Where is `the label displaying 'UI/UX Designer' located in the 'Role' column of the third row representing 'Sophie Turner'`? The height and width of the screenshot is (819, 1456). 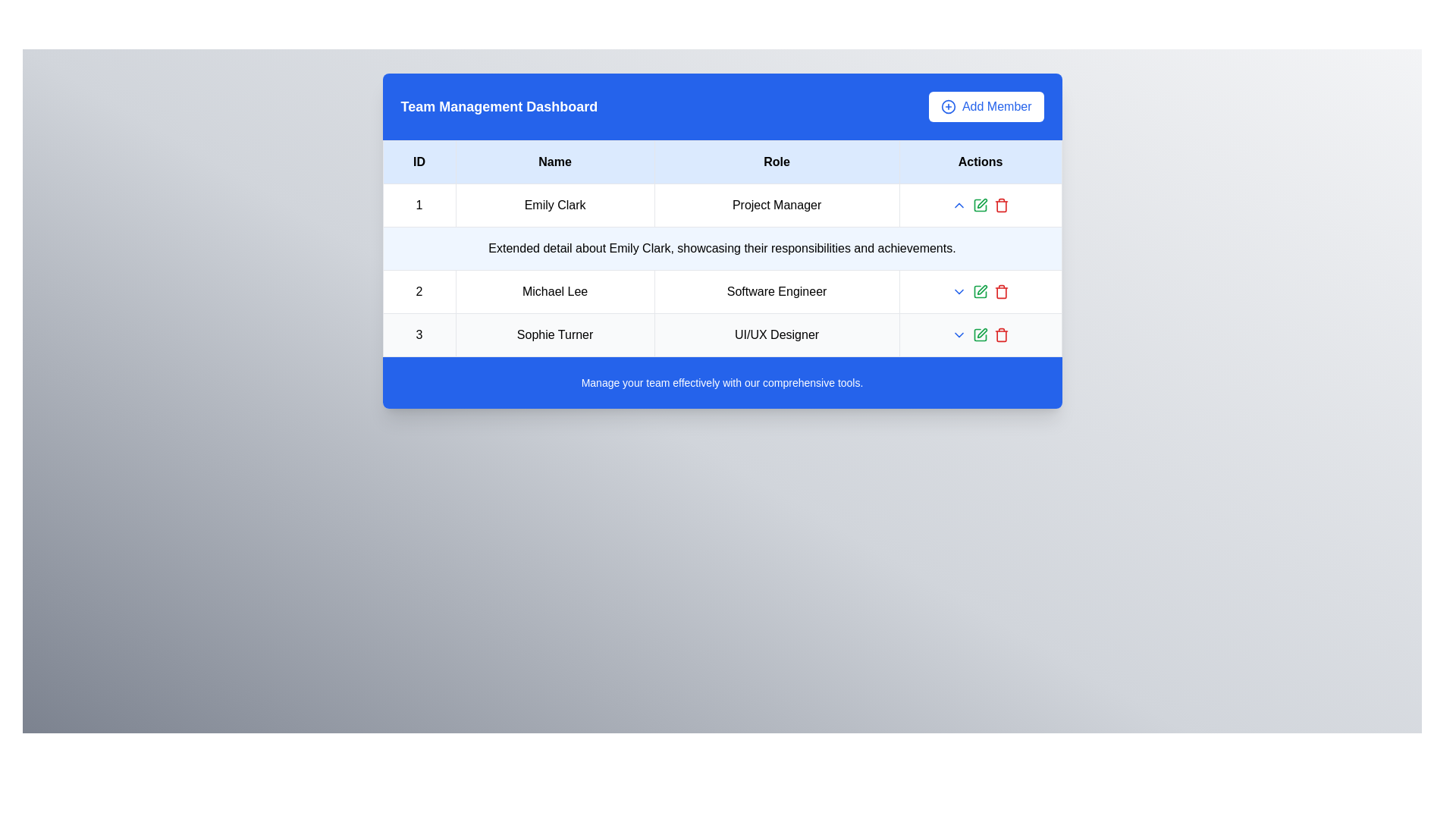
the label displaying 'UI/UX Designer' located in the 'Role' column of the third row representing 'Sophie Turner' is located at coordinates (777, 334).